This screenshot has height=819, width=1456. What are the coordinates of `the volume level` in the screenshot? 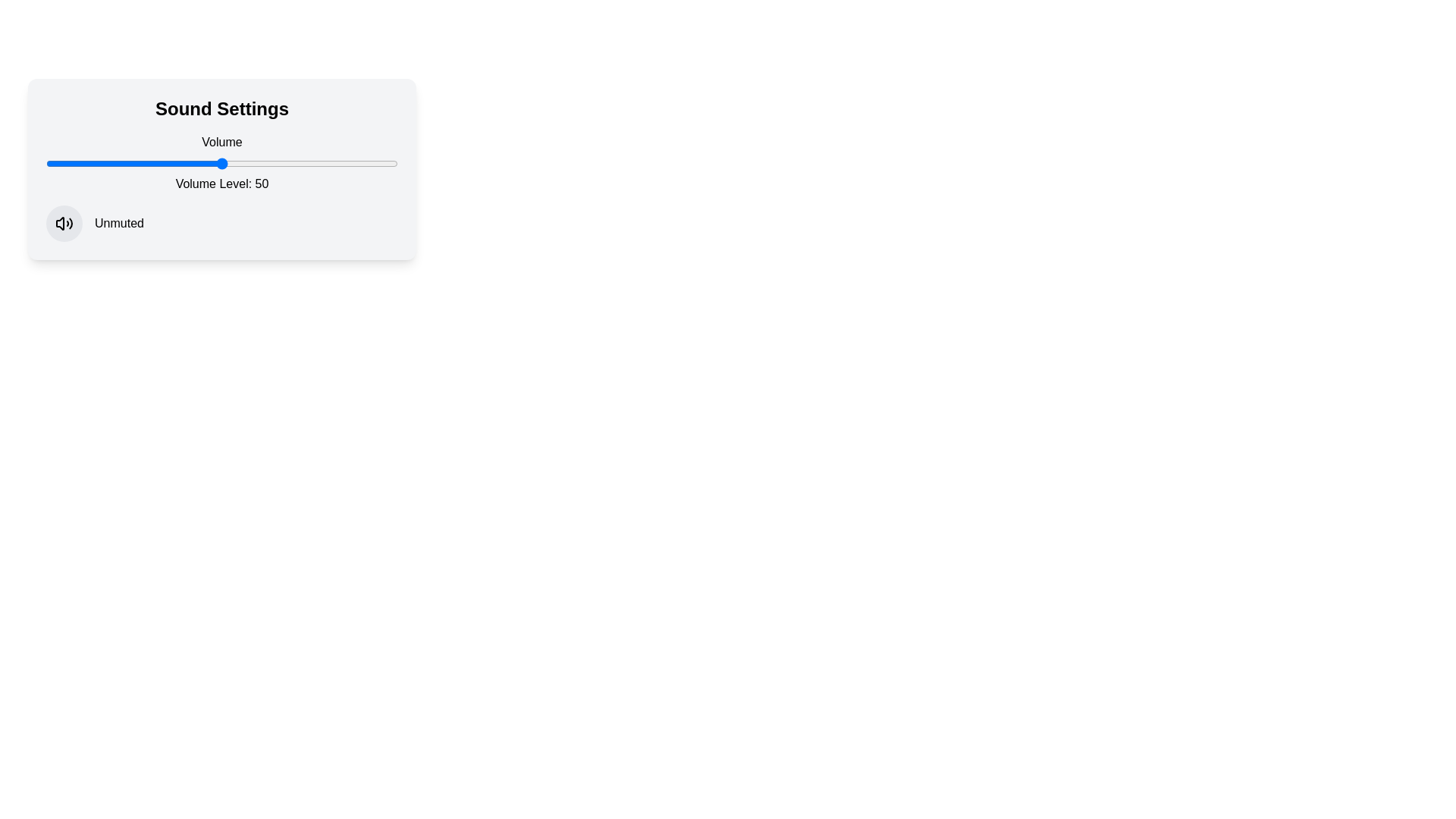 It's located at (362, 164).